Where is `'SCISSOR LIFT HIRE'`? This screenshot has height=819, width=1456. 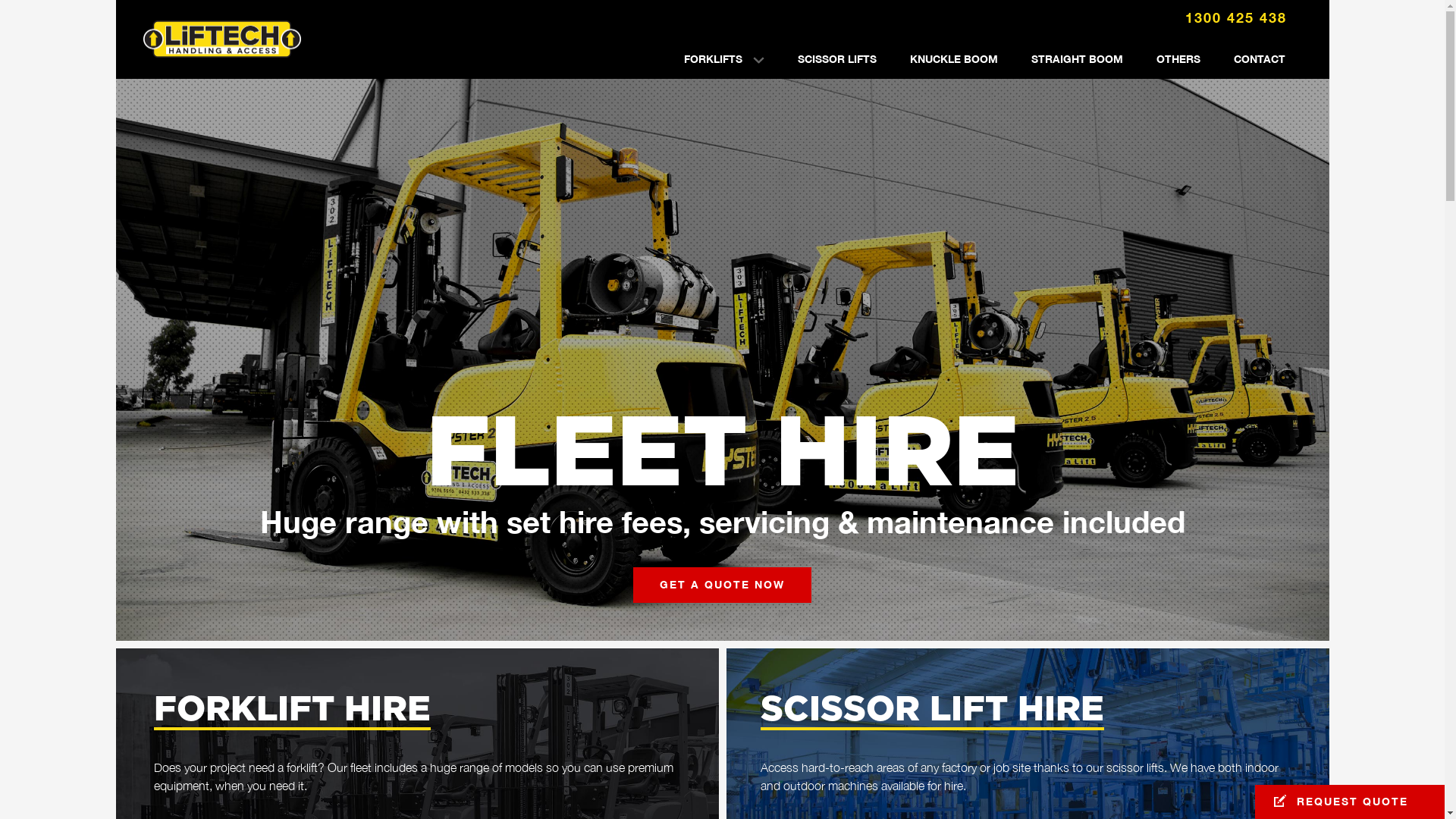 'SCISSOR LIFT HIRE' is located at coordinates (930, 710).